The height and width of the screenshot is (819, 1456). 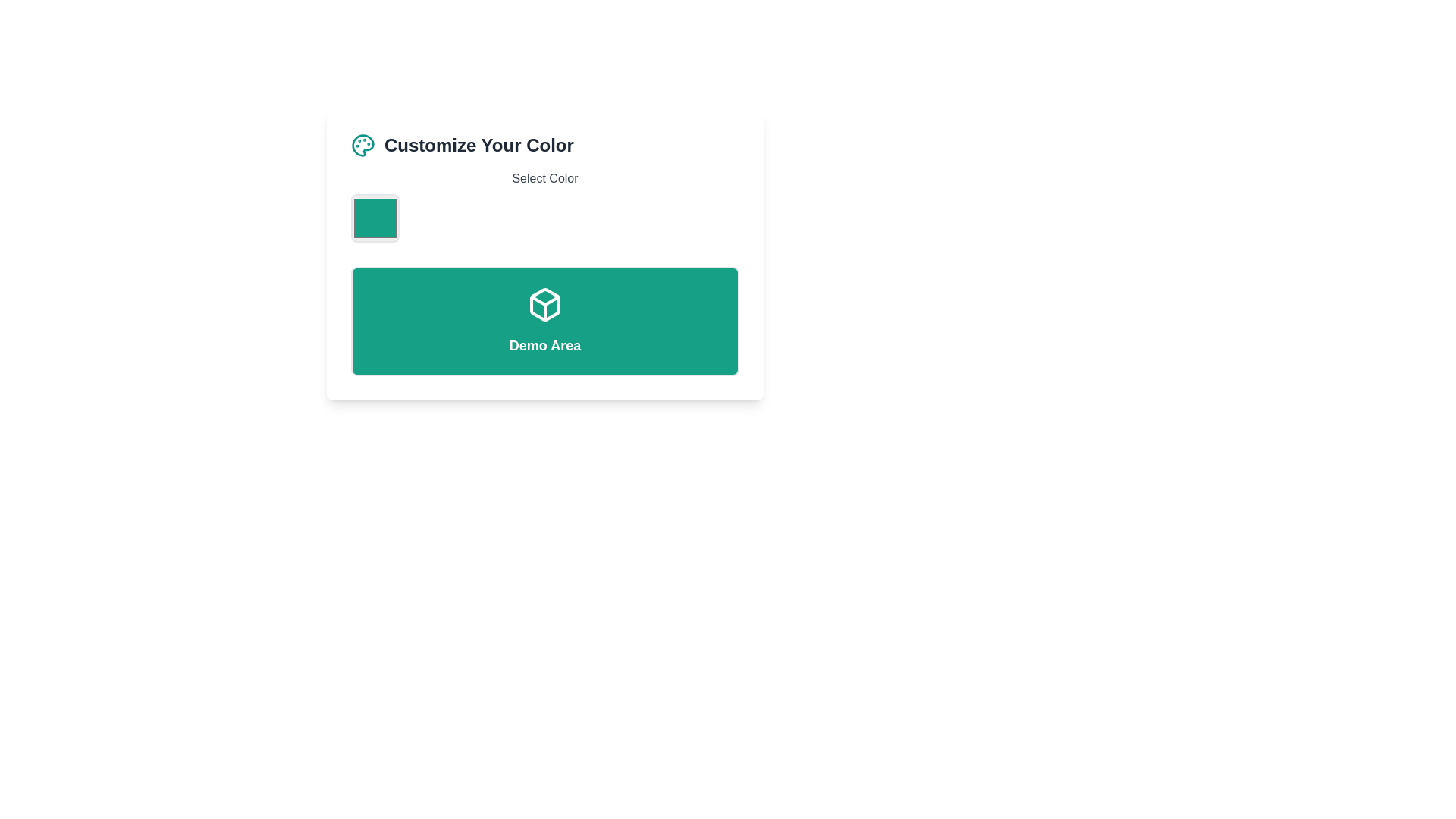 I want to click on the icon in the 'Demo Area' section, which is centered in the middle-bottom area of the card interface and has a descriptive label below it, so click(x=545, y=304).